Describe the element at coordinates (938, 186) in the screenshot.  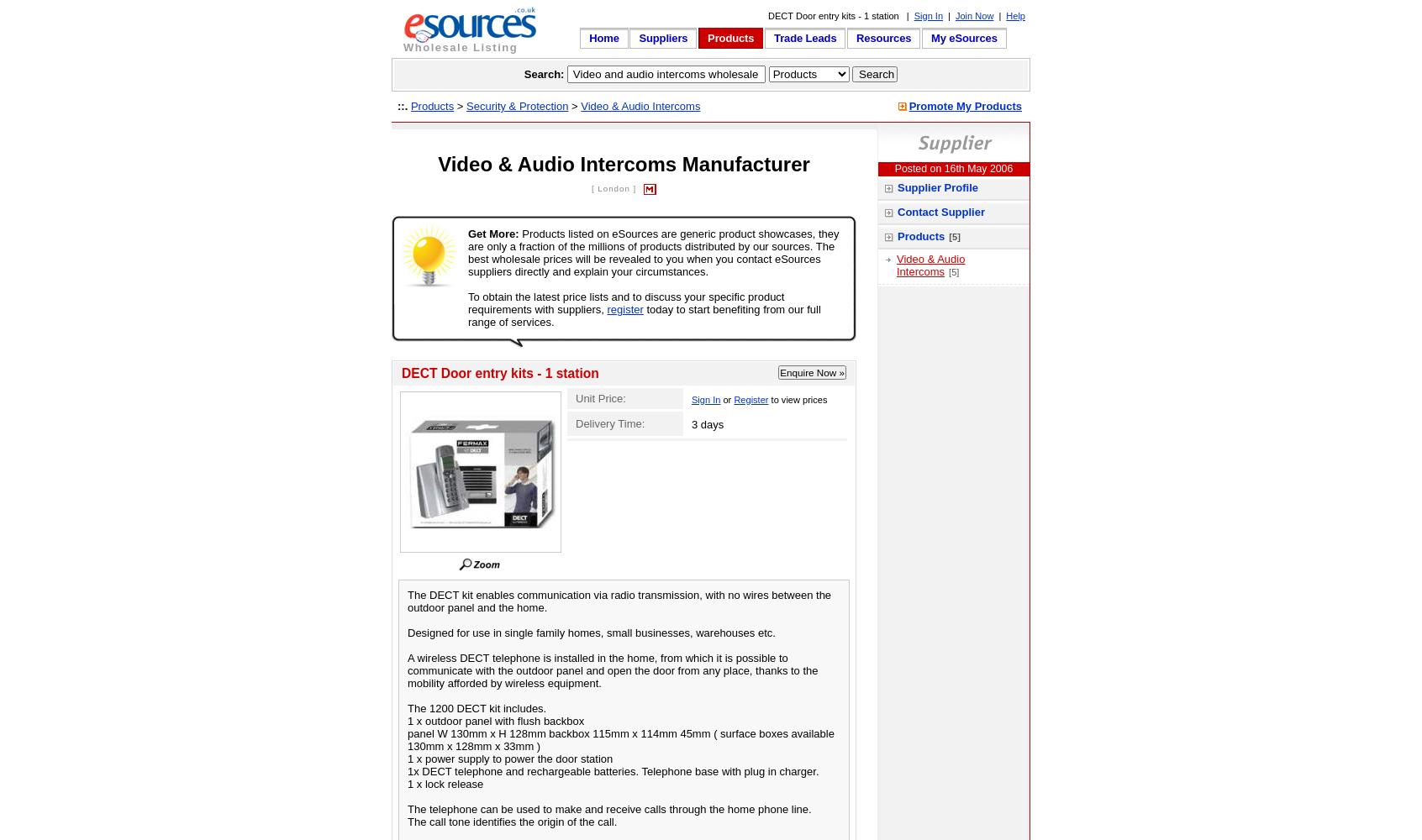
I see `'Supplier Profile'` at that location.